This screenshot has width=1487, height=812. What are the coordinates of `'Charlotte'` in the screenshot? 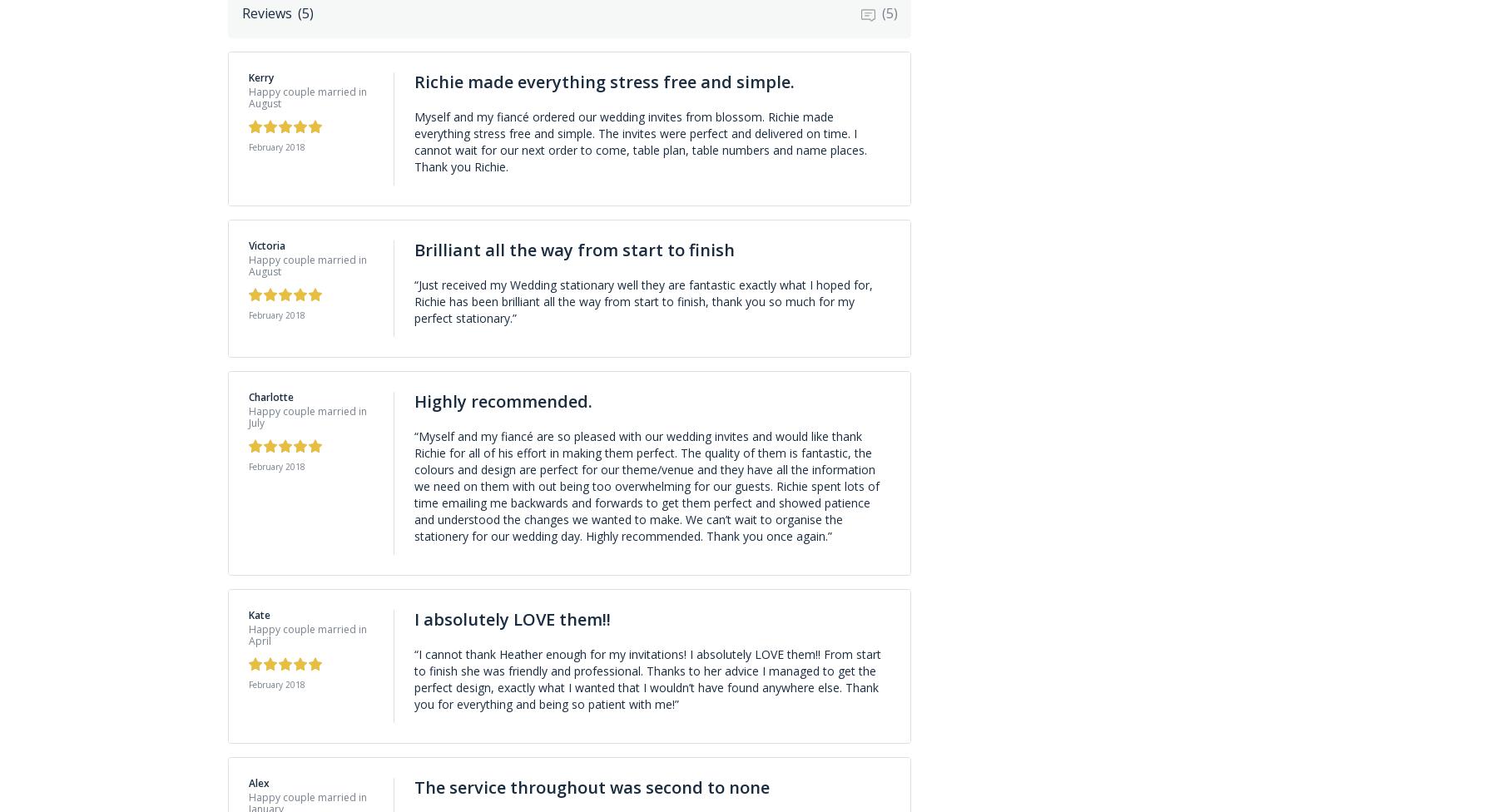 It's located at (270, 395).